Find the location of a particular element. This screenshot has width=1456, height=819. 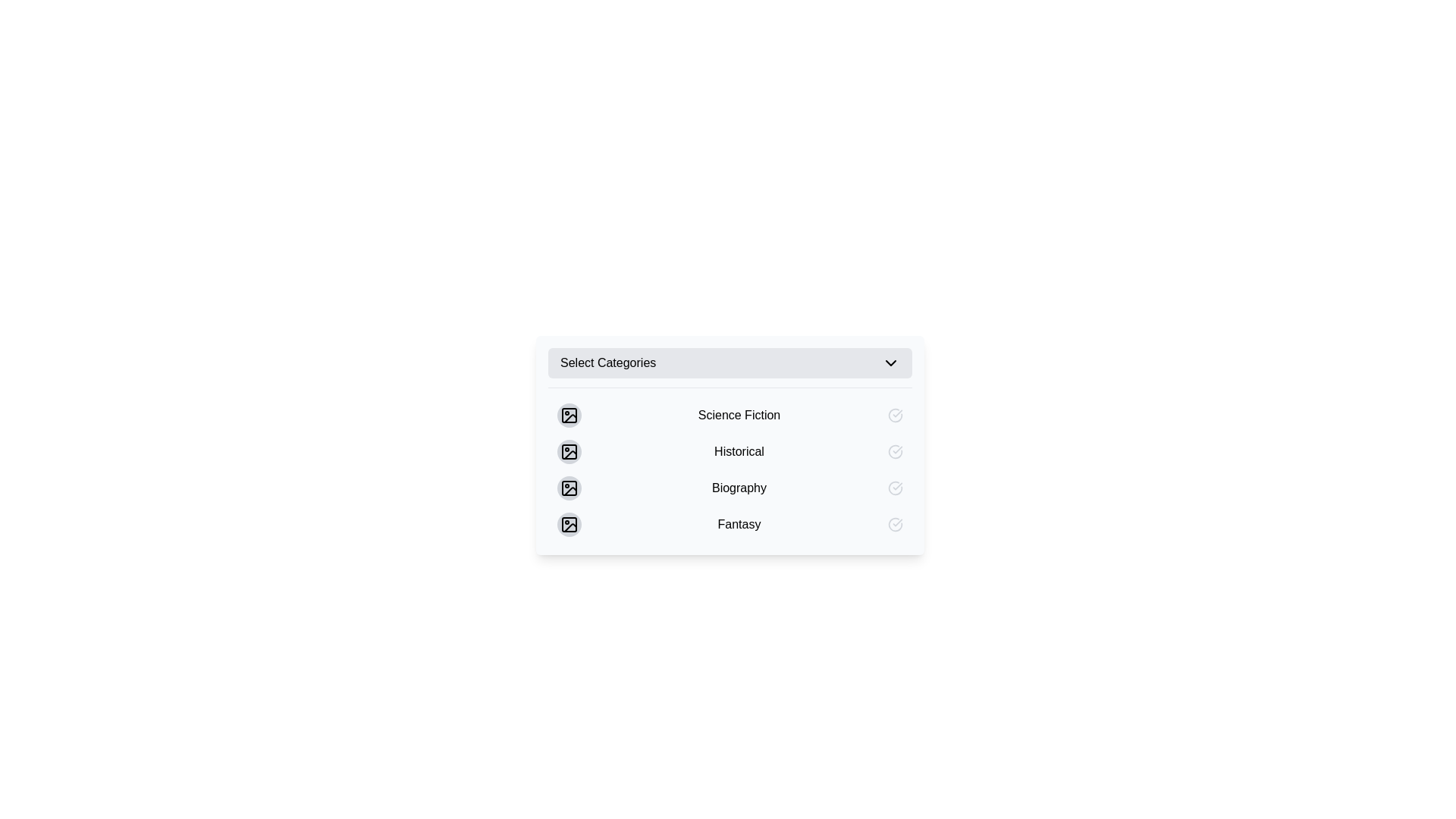

the circular button with a gray background and an image icon is located at coordinates (568, 488).